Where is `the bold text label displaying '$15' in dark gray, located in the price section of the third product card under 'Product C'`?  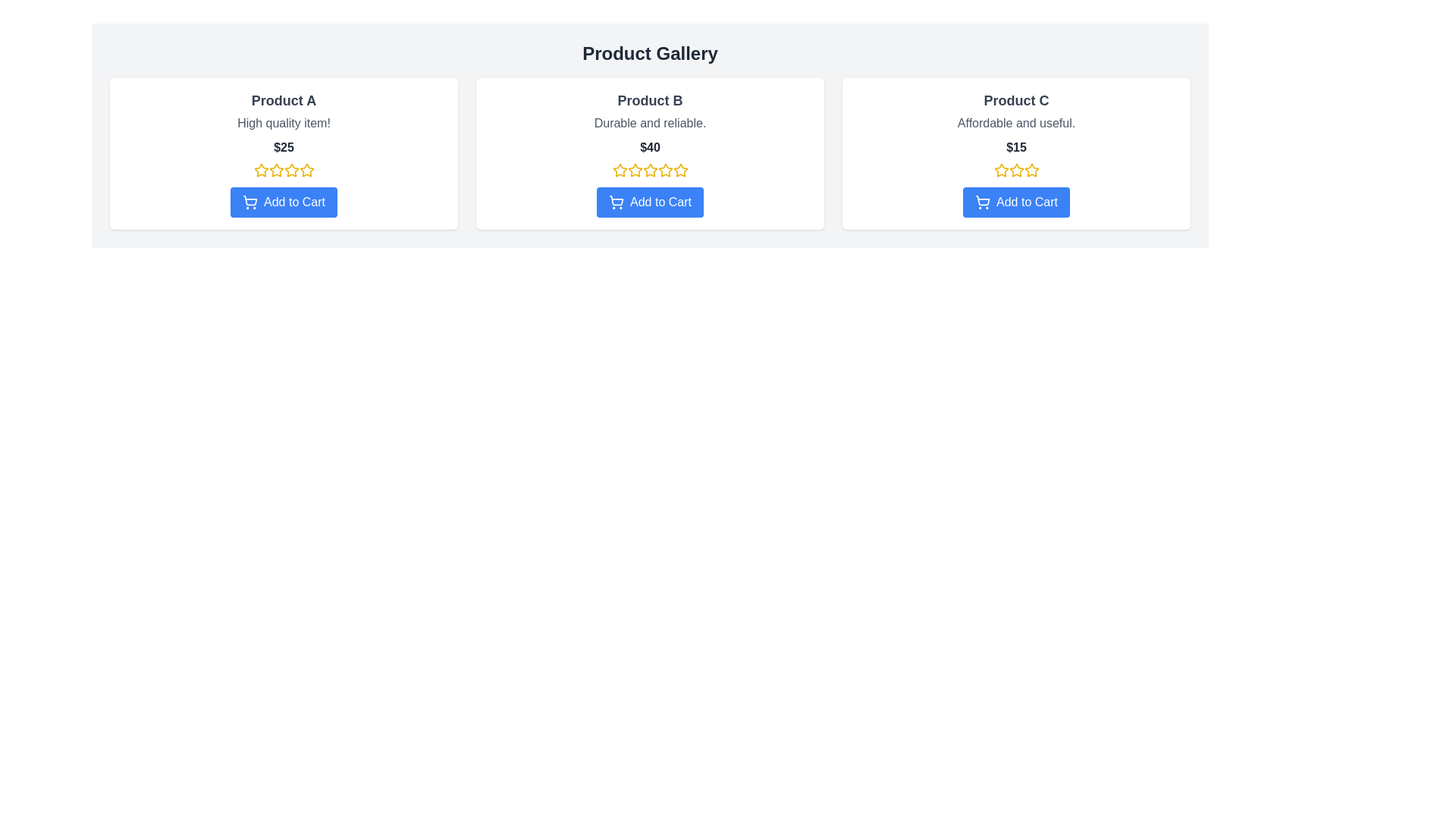 the bold text label displaying '$15' in dark gray, located in the price section of the third product card under 'Product C' is located at coordinates (1016, 148).